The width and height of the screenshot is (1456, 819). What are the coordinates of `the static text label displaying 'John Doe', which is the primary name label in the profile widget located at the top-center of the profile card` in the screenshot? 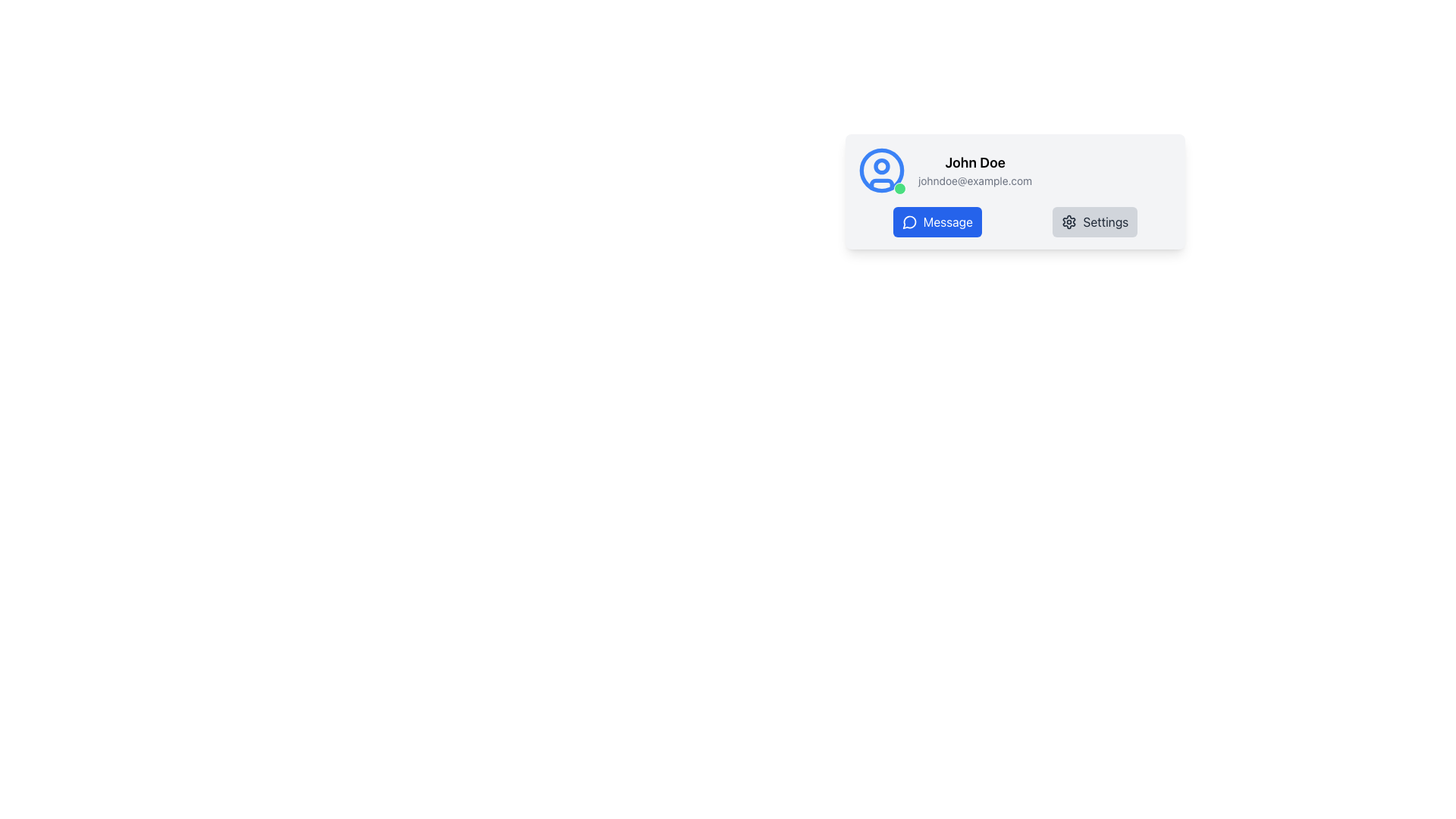 It's located at (975, 163).